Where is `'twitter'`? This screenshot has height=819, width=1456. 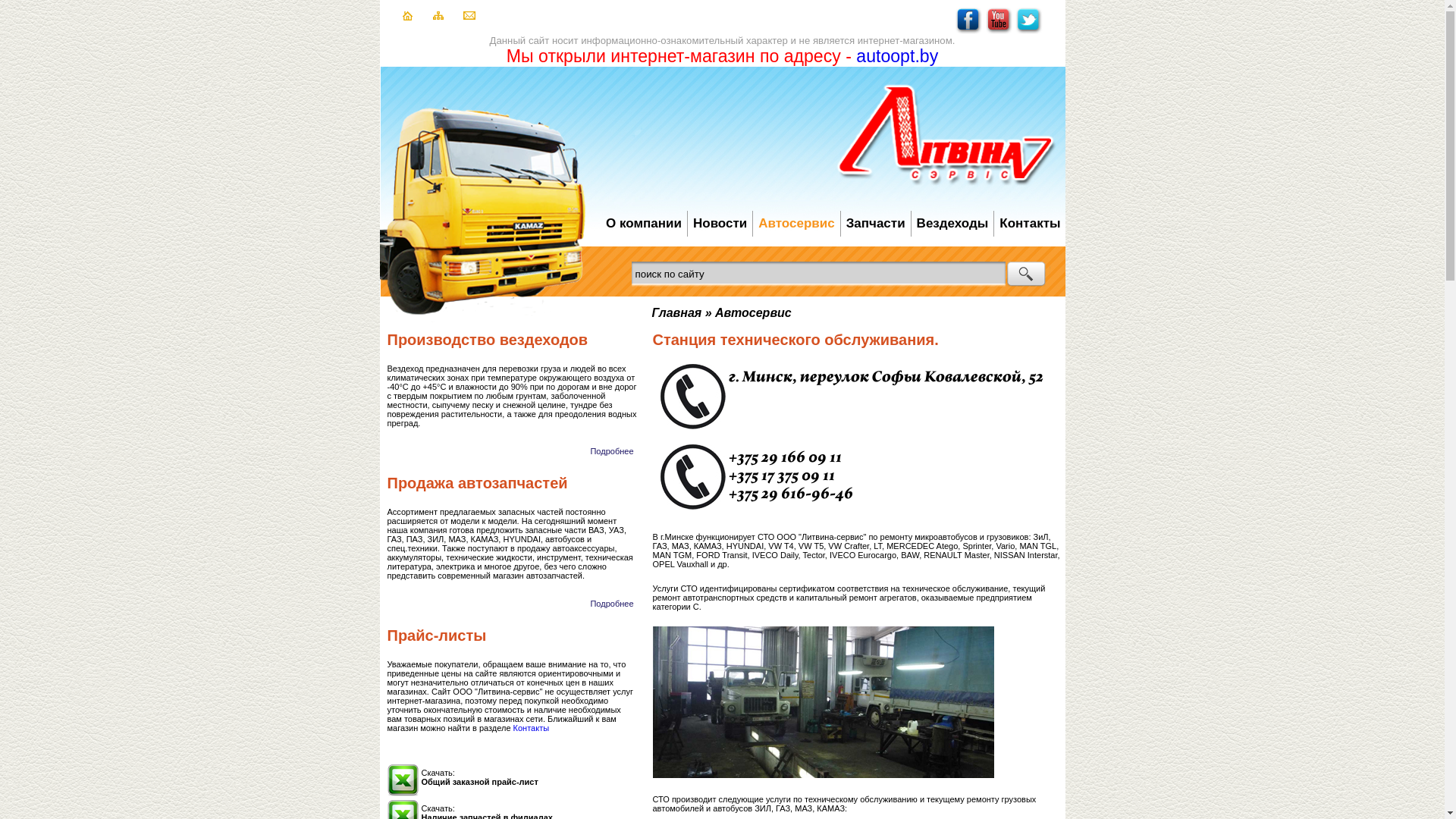 'twitter' is located at coordinates (1028, 31).